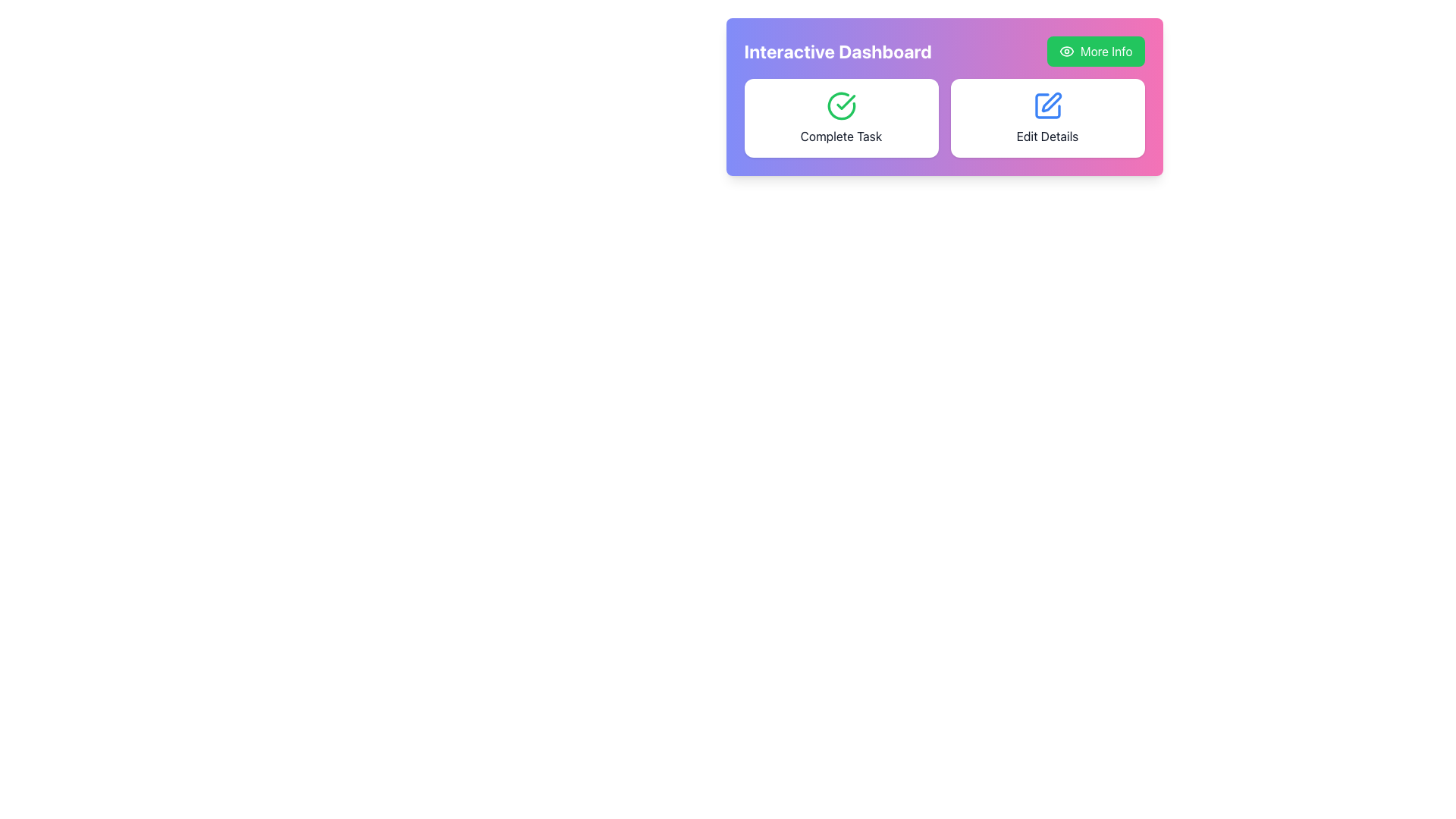 The width and height of the screenshot is (1456, 819). Describe the element at coordinates (840, 105) in the screenshot. I see `the completion status icon located` at that location.